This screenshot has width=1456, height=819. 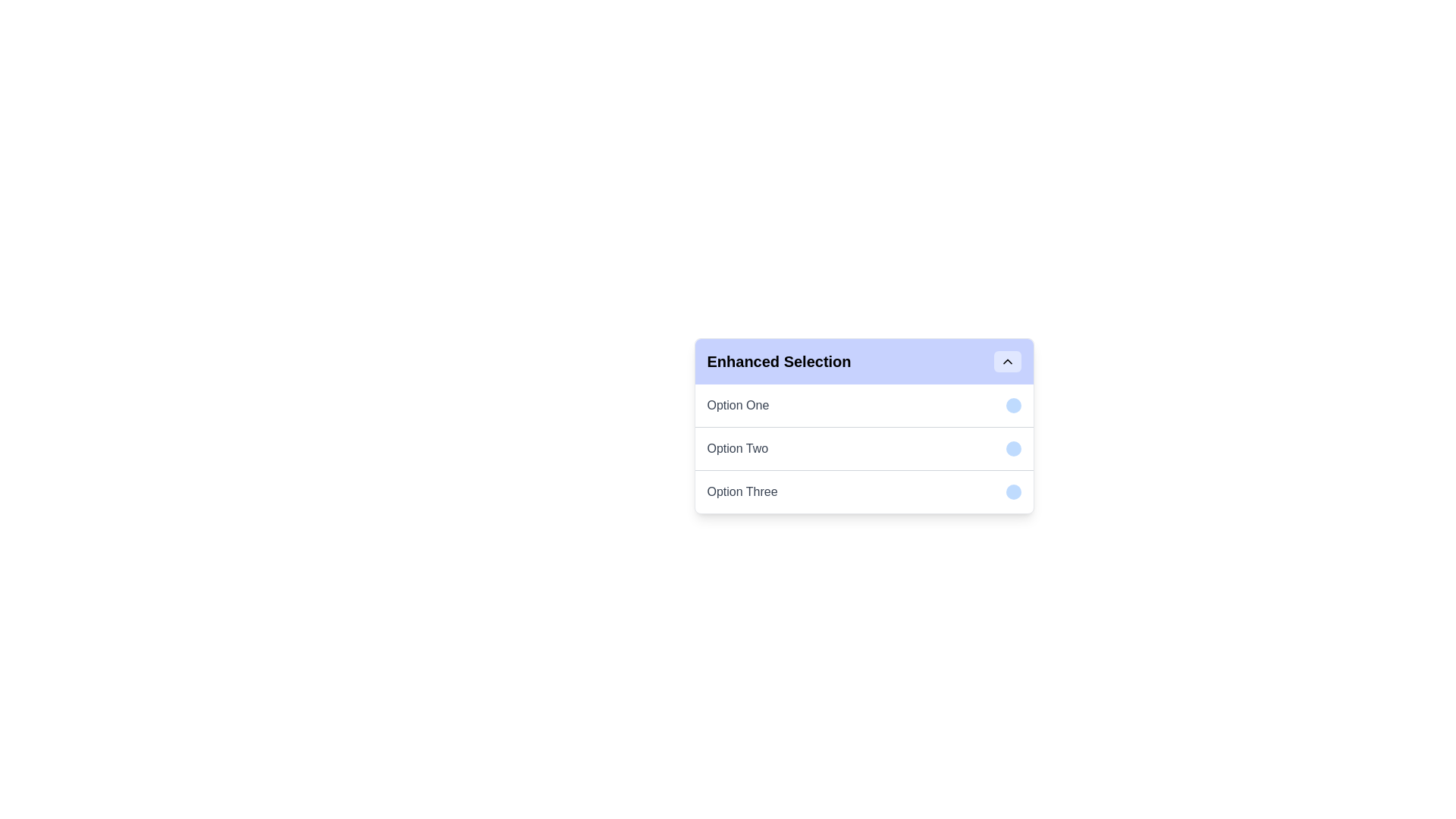 What do you see at coordinates (738, 405) in the screenshot?
I see `the first text label option under the 'Enhanced Selection' header, which has a blue-circled indicator to its right` at bounding box center [738, 405].